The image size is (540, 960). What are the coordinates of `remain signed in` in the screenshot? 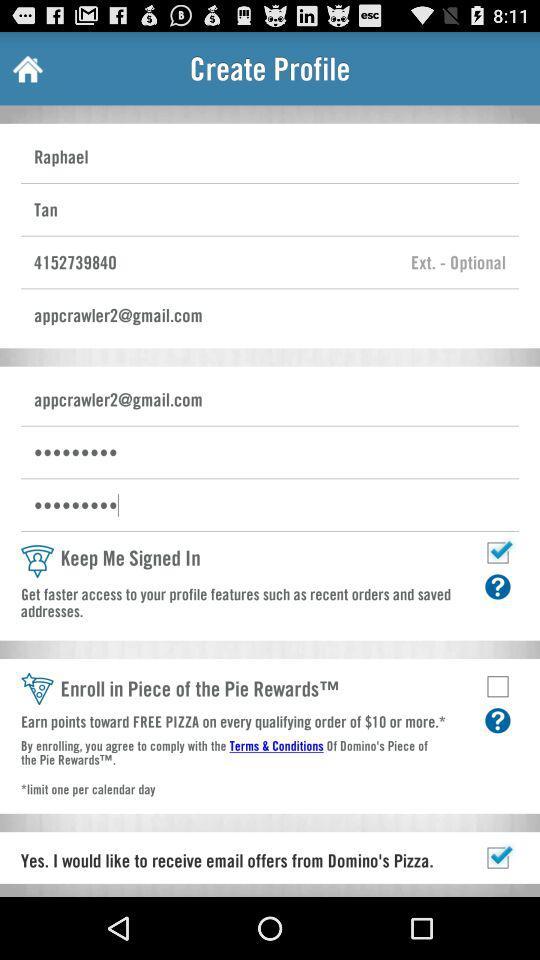 It's located at (496, 552).